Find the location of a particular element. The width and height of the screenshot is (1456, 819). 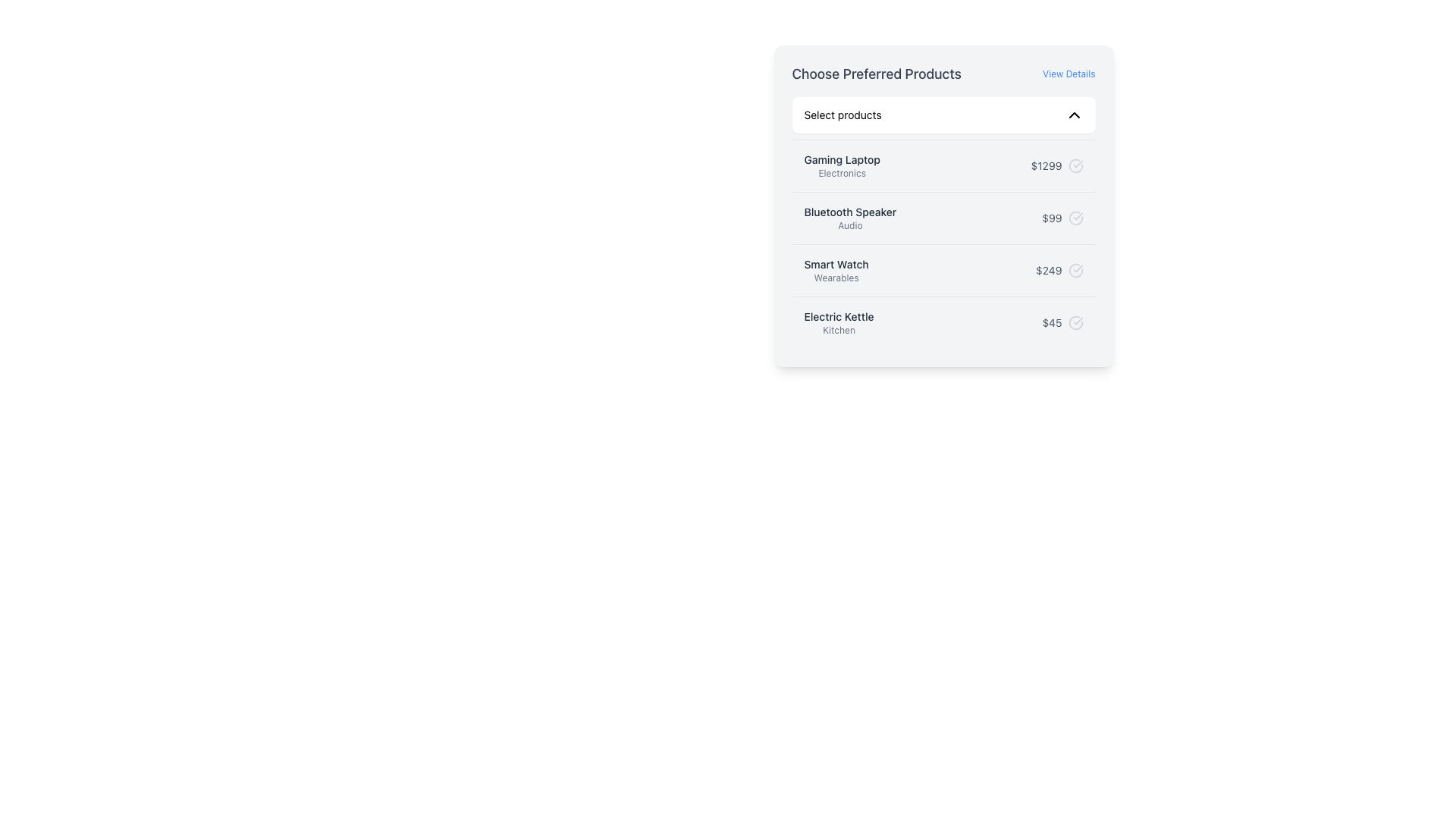

the 'Gaming Laptop' text block located under the 'Choose Preferred Products' section to highlight the corresponding product is located at coordinates (841, 166).